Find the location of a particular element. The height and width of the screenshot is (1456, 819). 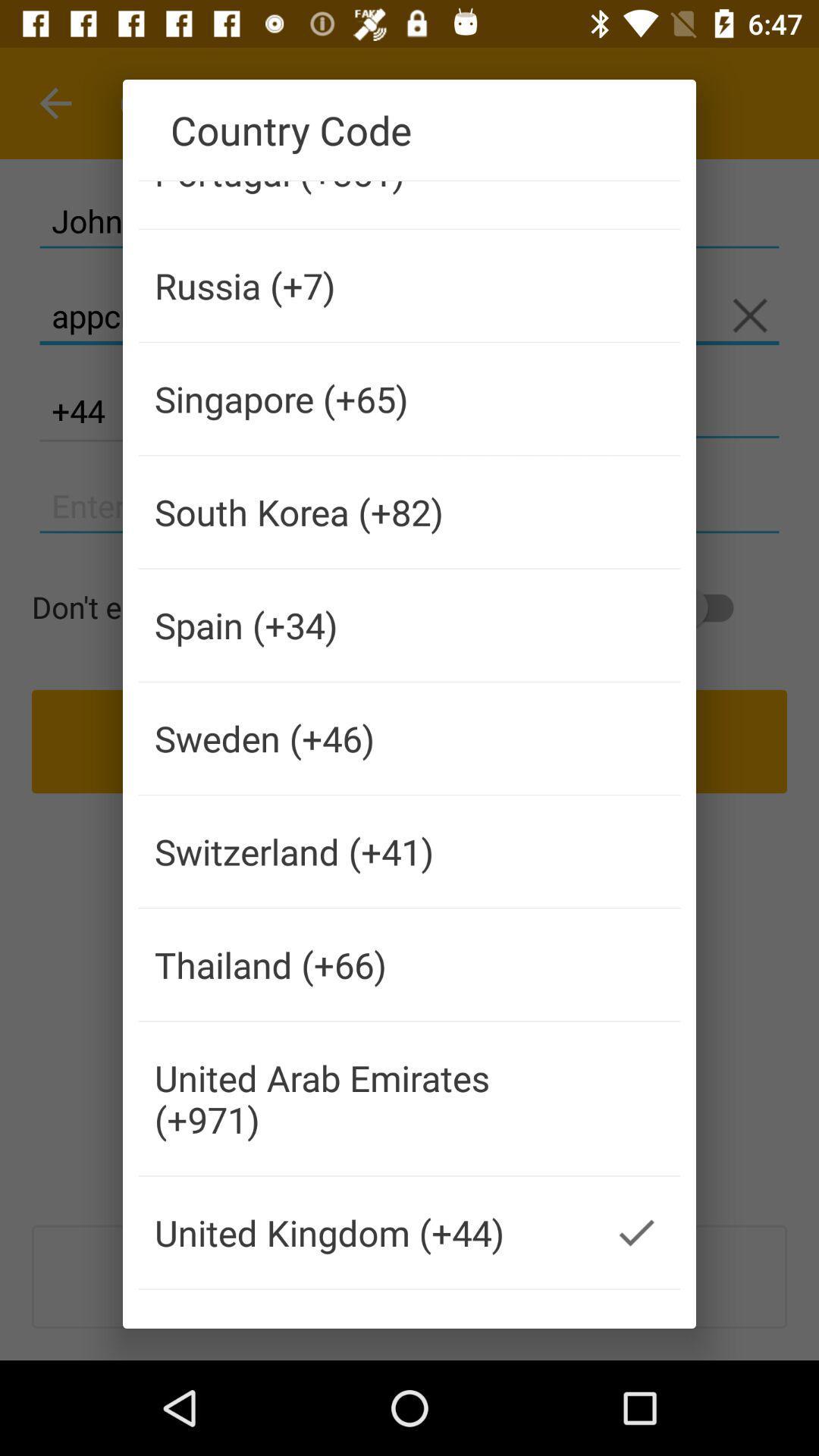

the switzerland (+41) is located at coordinates (366, 852).